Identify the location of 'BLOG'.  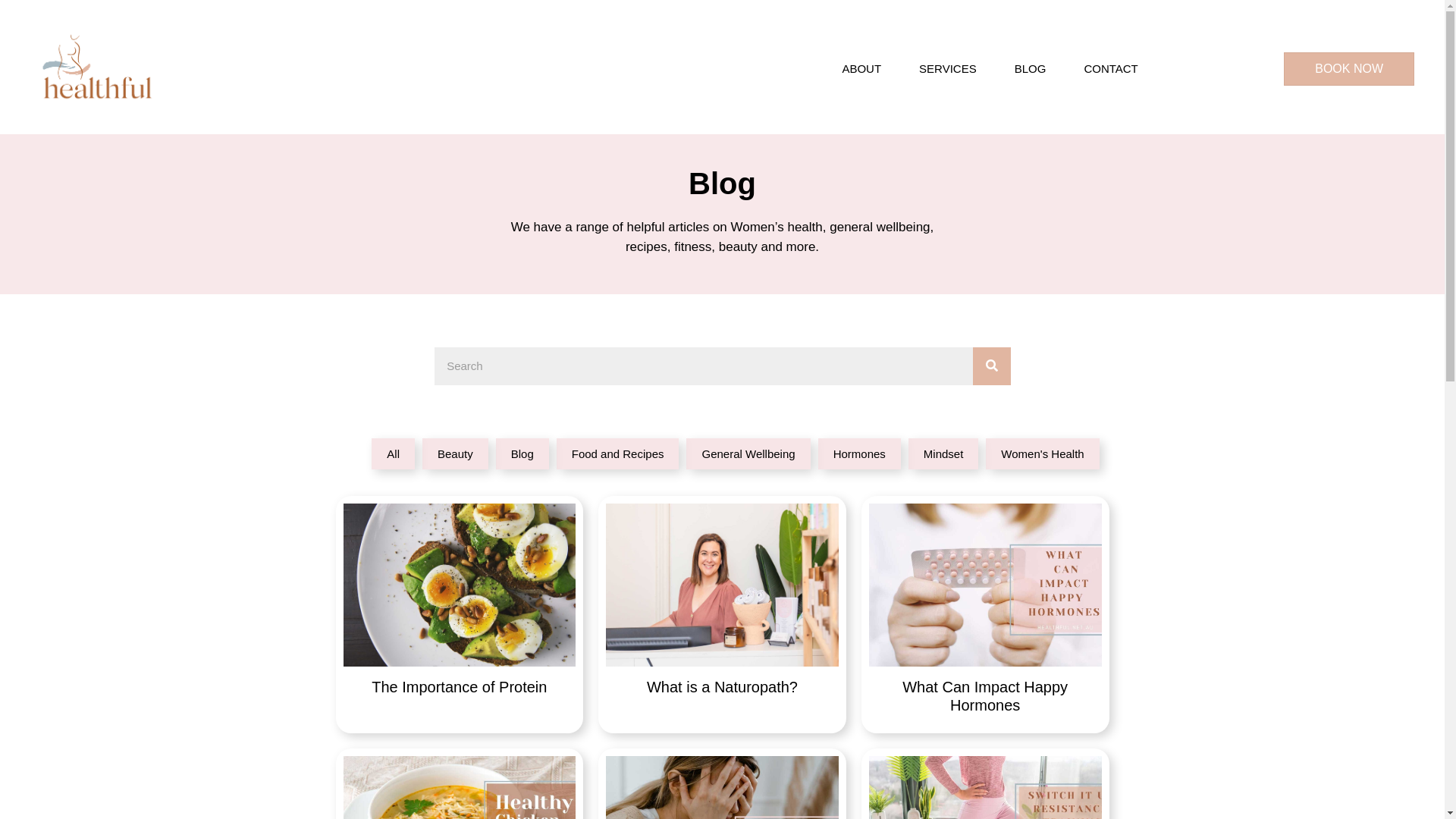
(999, 69).